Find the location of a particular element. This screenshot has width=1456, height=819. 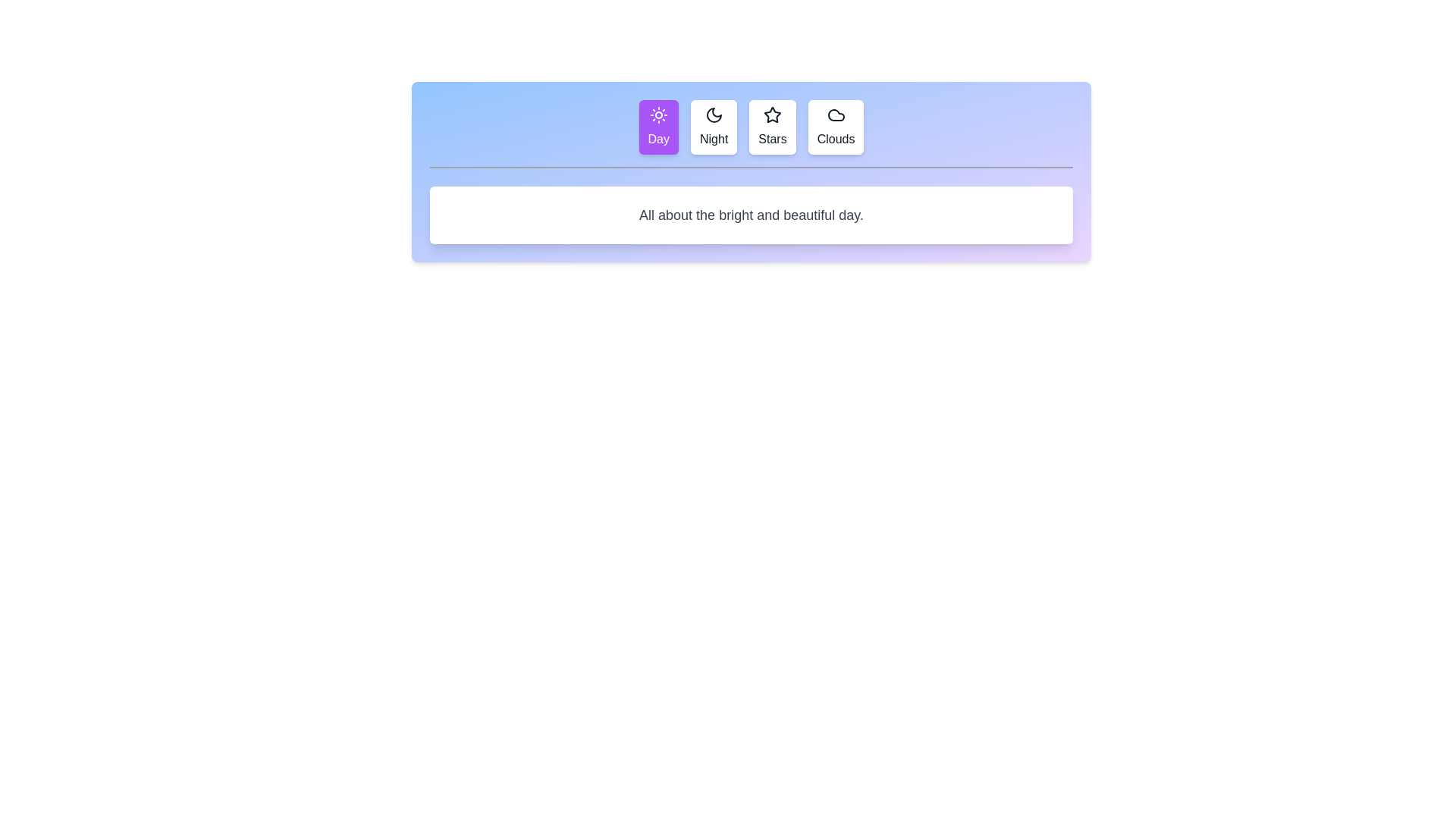

the tab labeled Clouds is located at coordinates (835, 127).